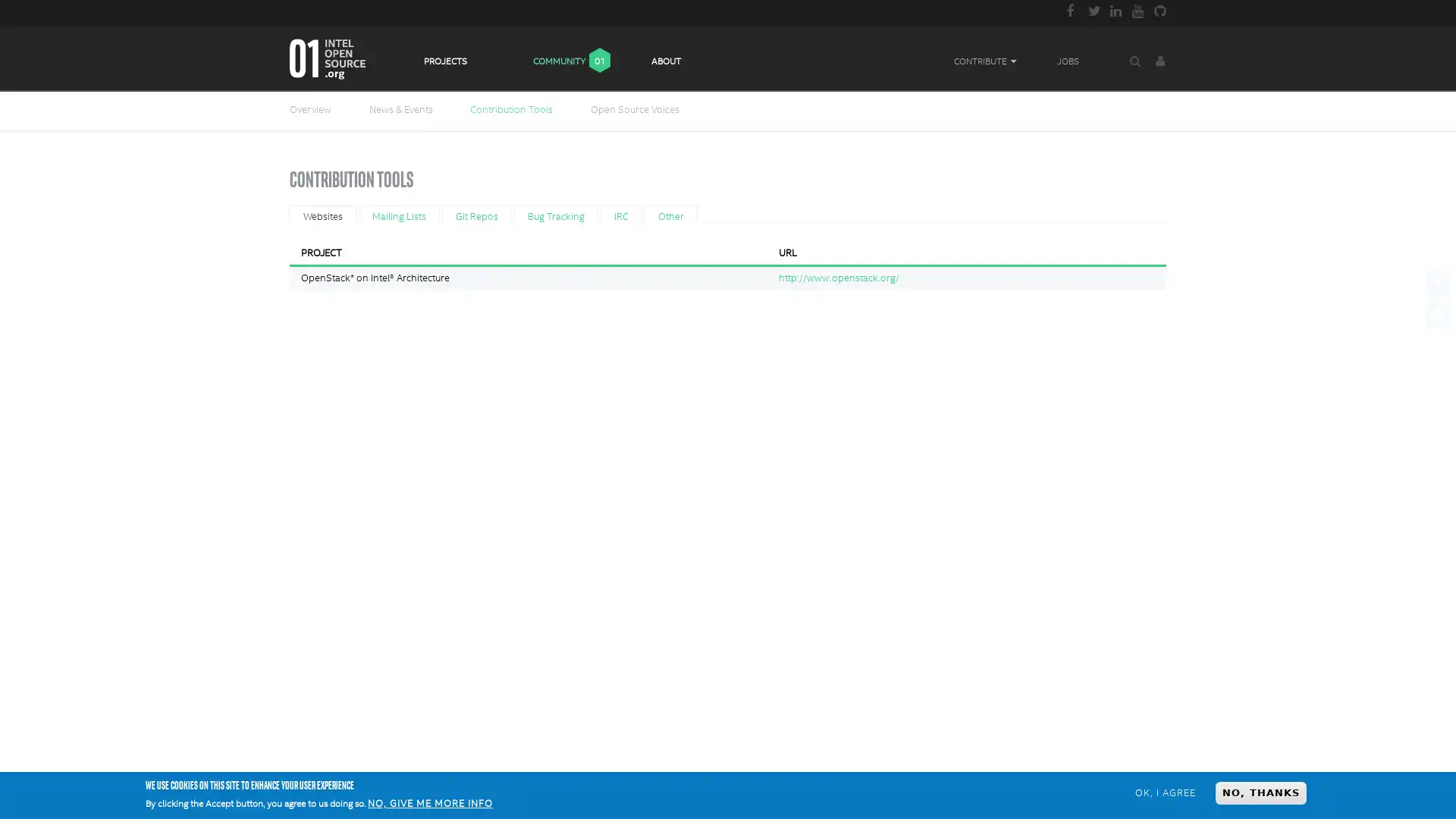 This screenshot has width=1456, height=819. Describe the element at coordinates (1260, 792) in the screenshot. I see `NO, THANKS` at that location.